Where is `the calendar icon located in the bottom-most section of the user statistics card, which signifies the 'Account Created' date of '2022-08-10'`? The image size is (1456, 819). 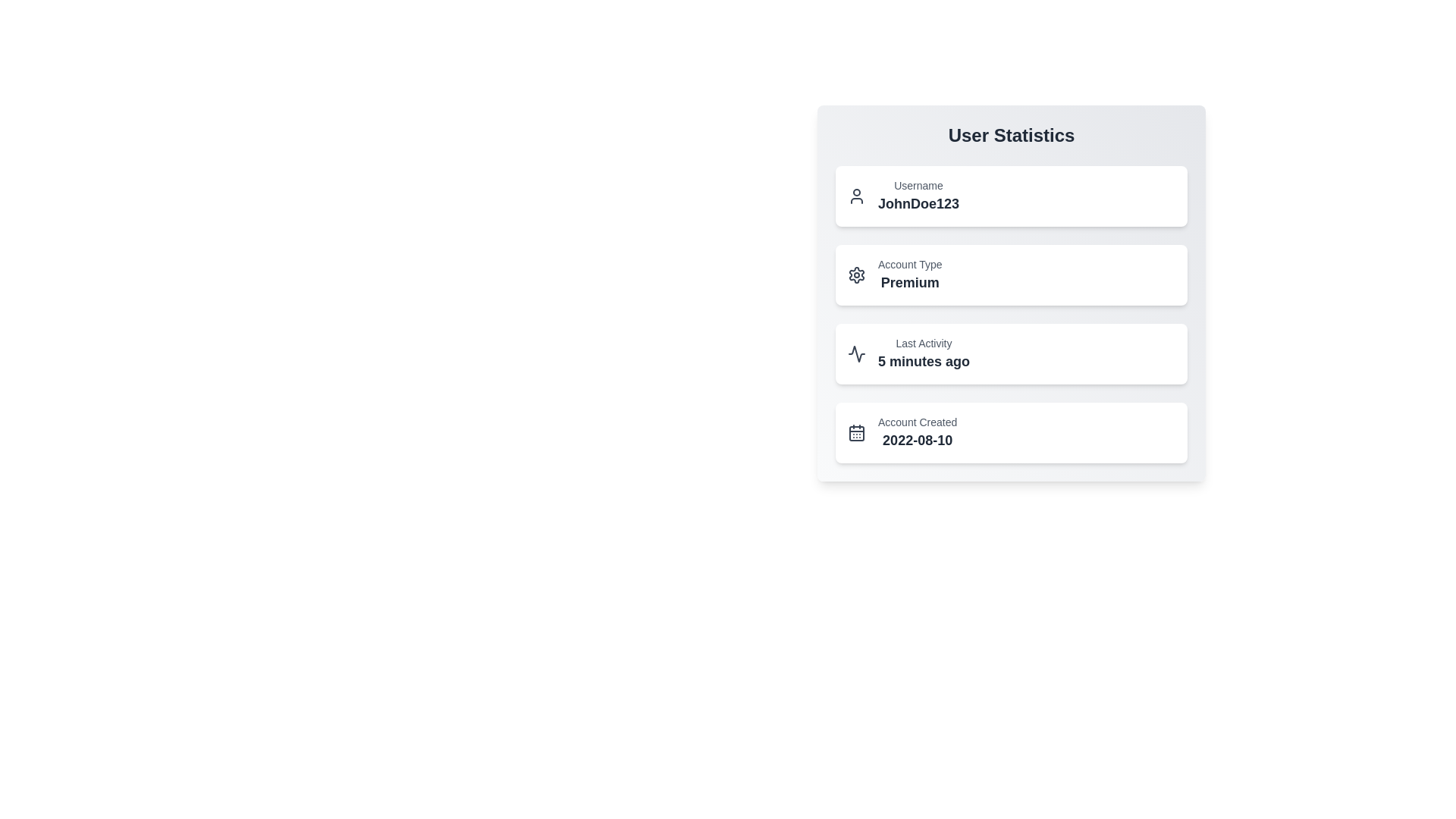 the calendar icon located in the bottom-most section of the user statistics card, which signifies the 'Account Created' date of '2022-08-10' is located at coordinates (856, 432).